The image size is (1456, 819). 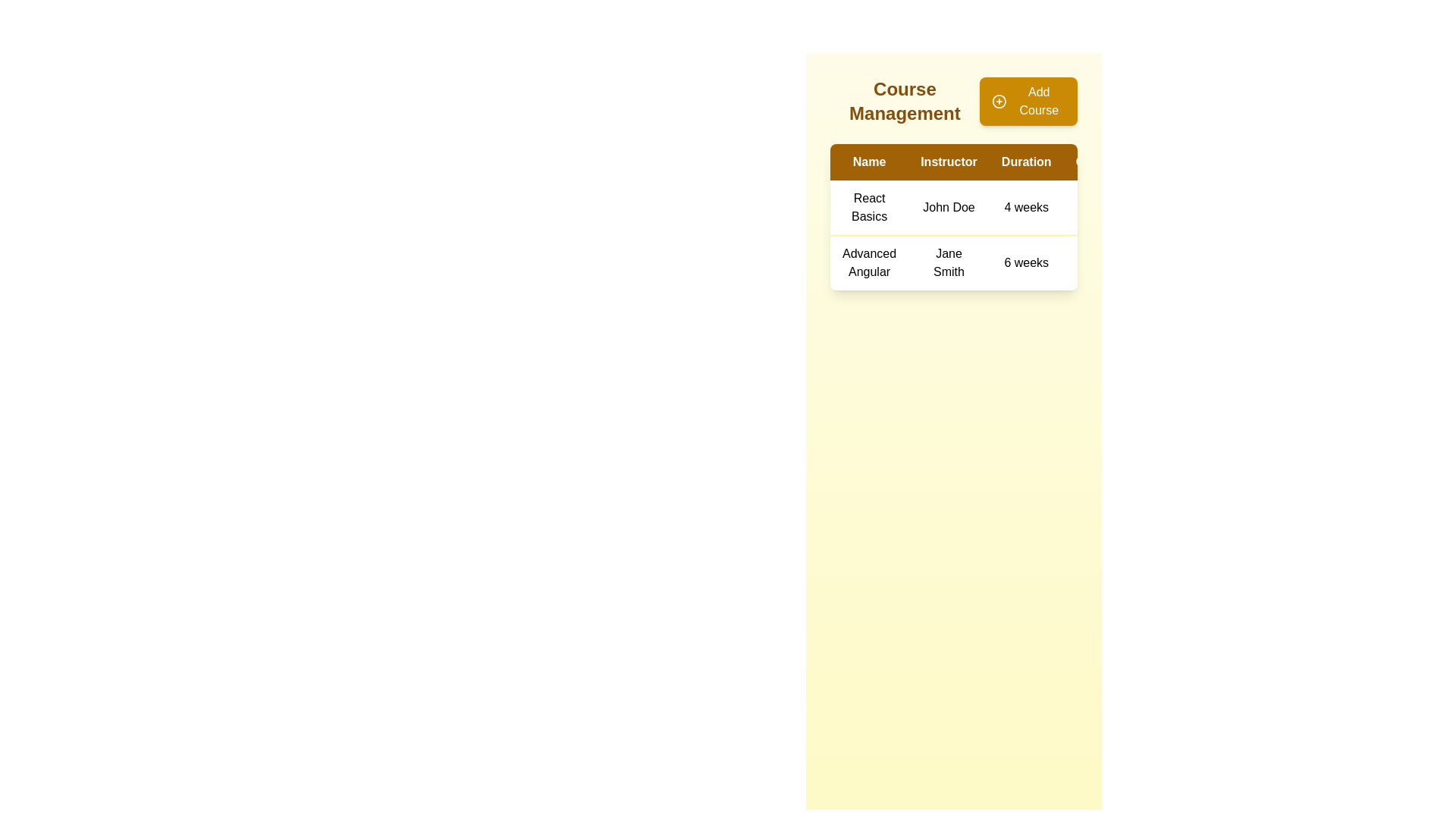 What do you see at coordinates (869, 162) in the screenshot?
I see `the text label 'Name' which is displayed in white on a brownish background, located in the top row of the Course Management interface` at bounding box center [869, 162].